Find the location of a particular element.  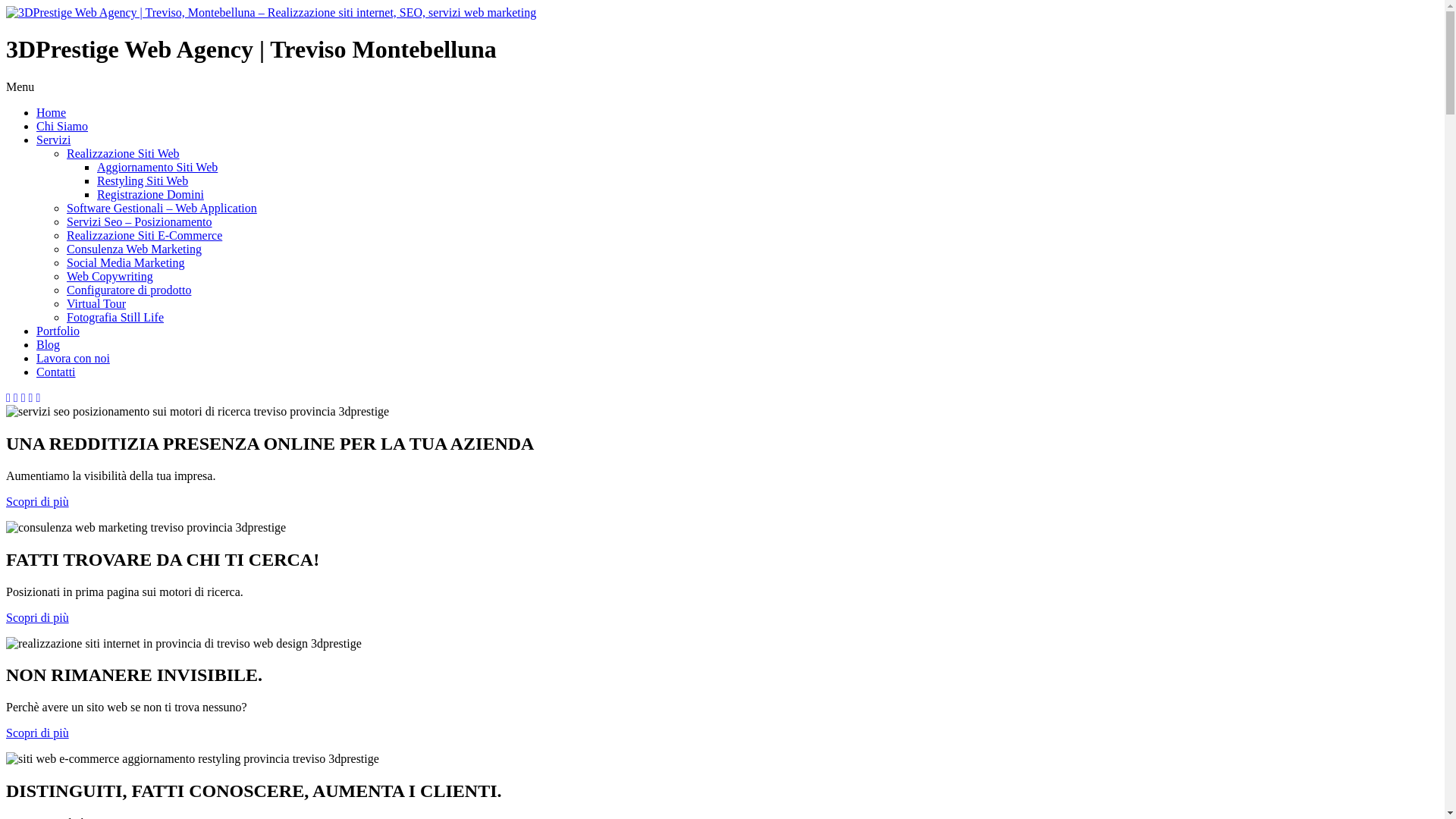

'Consulenza Web Marketing' is located at coordinates (65, 248).